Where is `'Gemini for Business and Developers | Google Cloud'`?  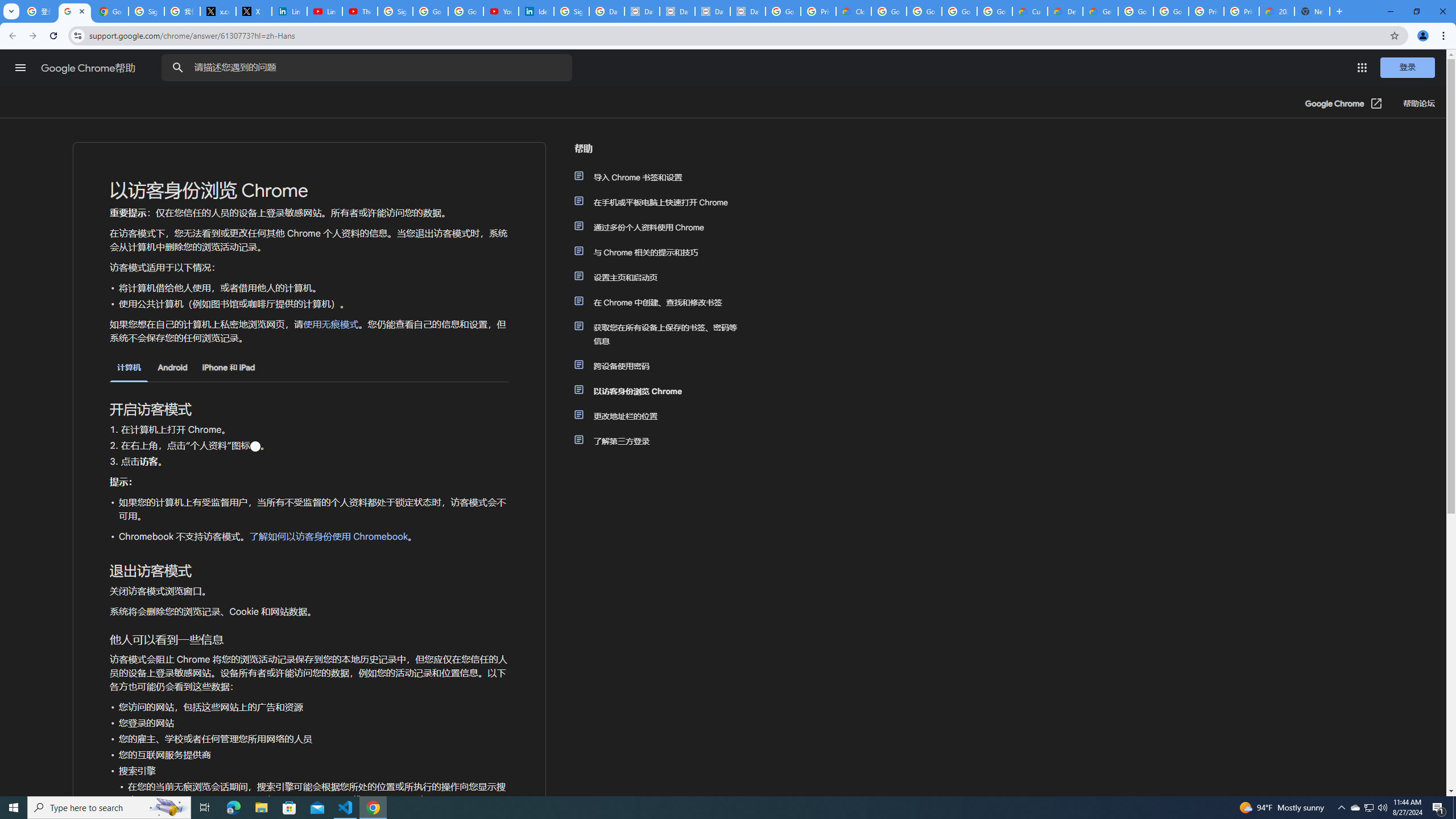
'Gemini for Business and Developers | Google Cloud' is located at coordinates (1099, 11).